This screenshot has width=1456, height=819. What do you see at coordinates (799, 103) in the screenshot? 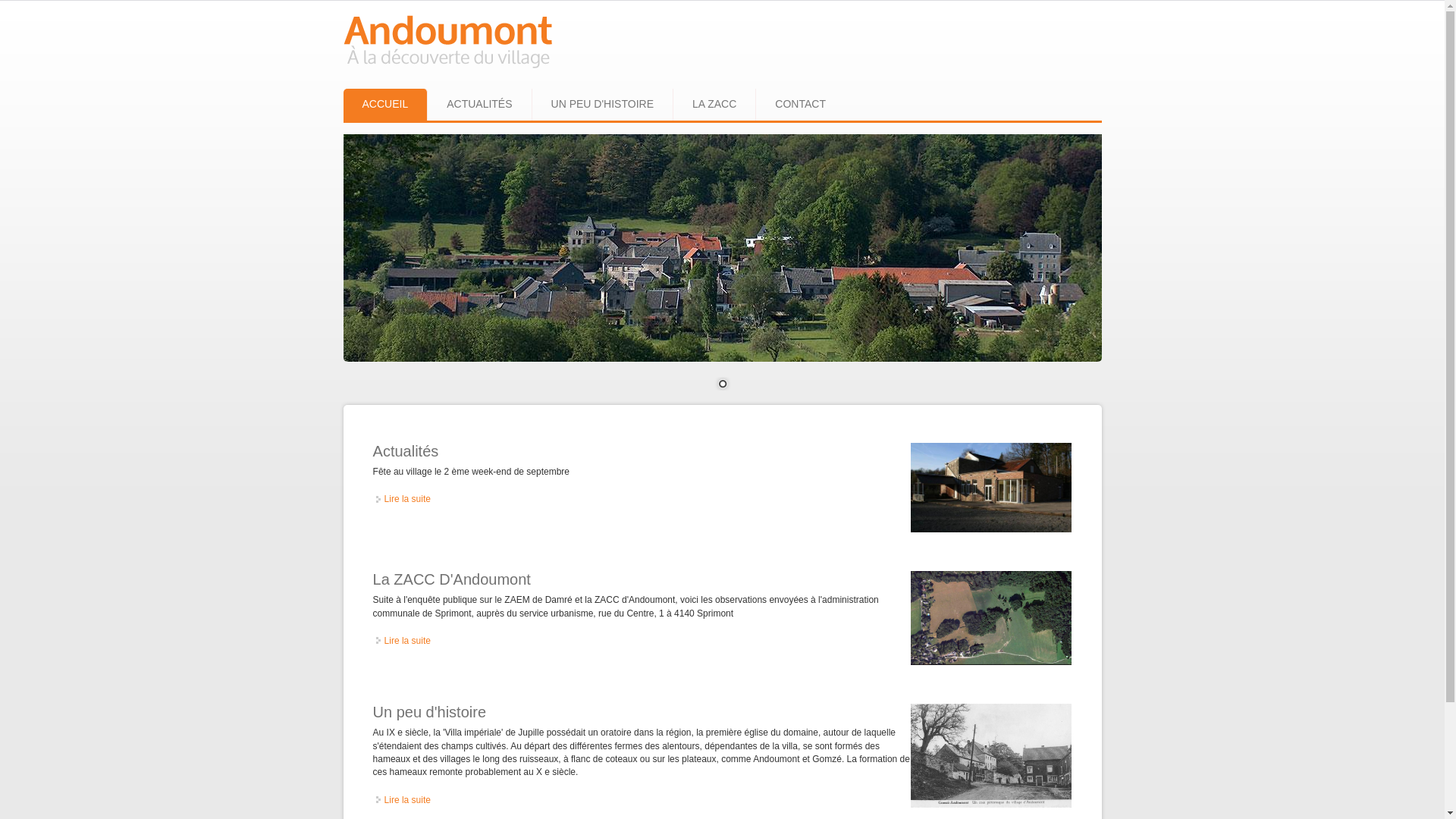
I see `'CONTACT'` at bounding box center [799, 103].